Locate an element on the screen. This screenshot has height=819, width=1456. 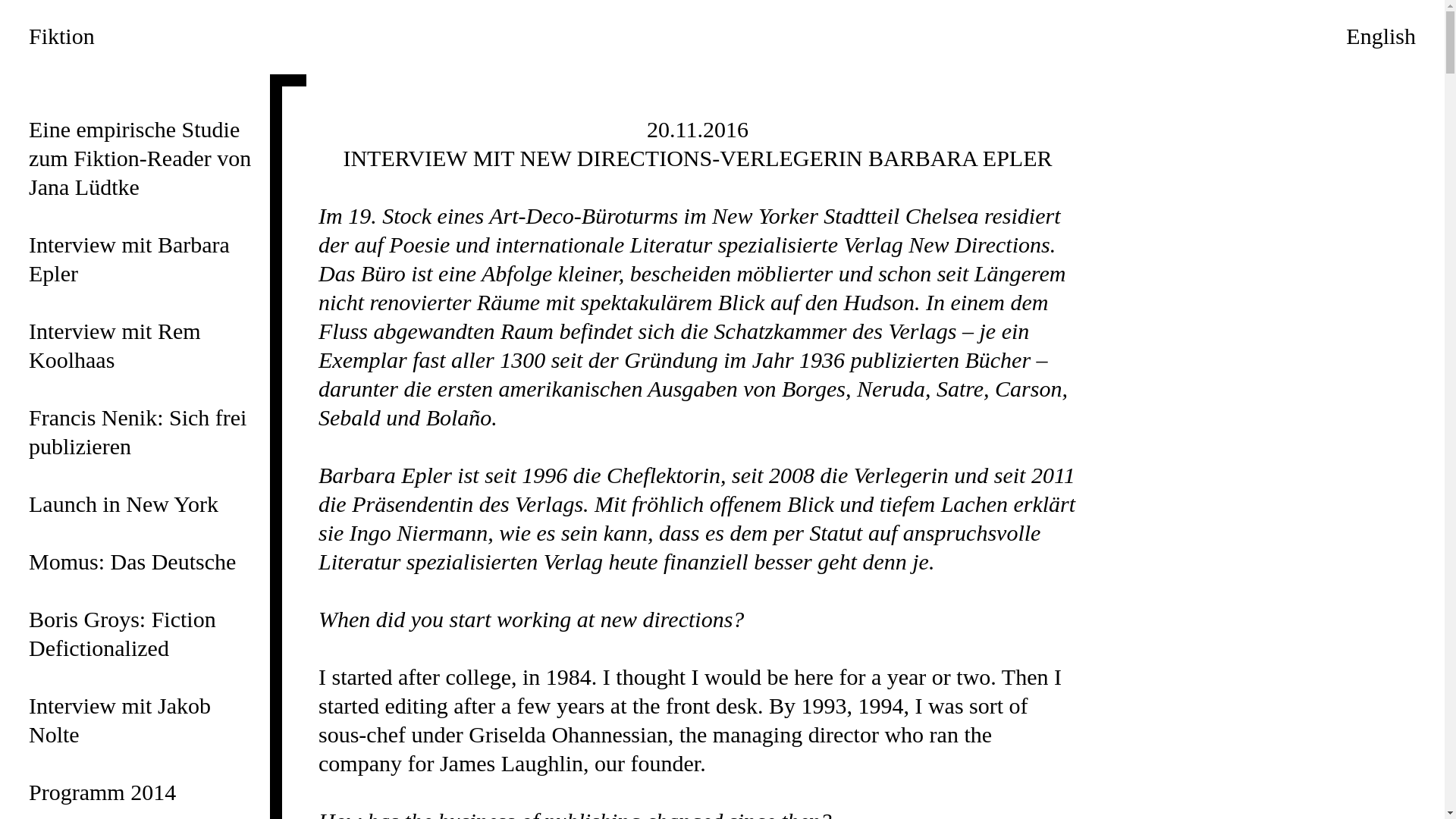
'Programm 2014' is located at coordinates (101, 791).